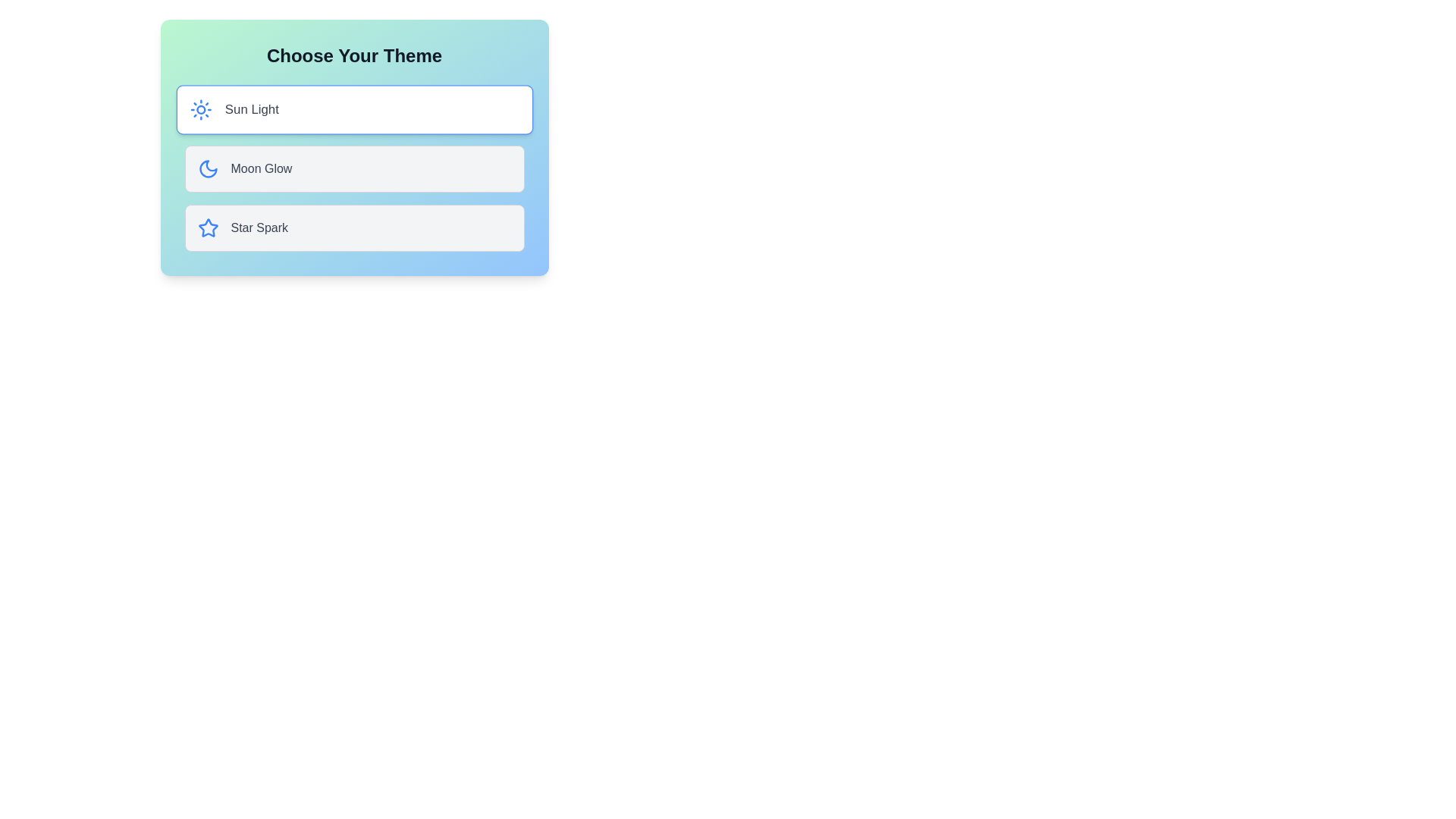  What do you see at coordinates (353, 55) in the screenshot?
I see `the prominent text label displaying 'Choose Your Theme', which is styled in bold, black font and positioned at the top of a card-like structure with a gradient background` at bounding box center [353, 55].